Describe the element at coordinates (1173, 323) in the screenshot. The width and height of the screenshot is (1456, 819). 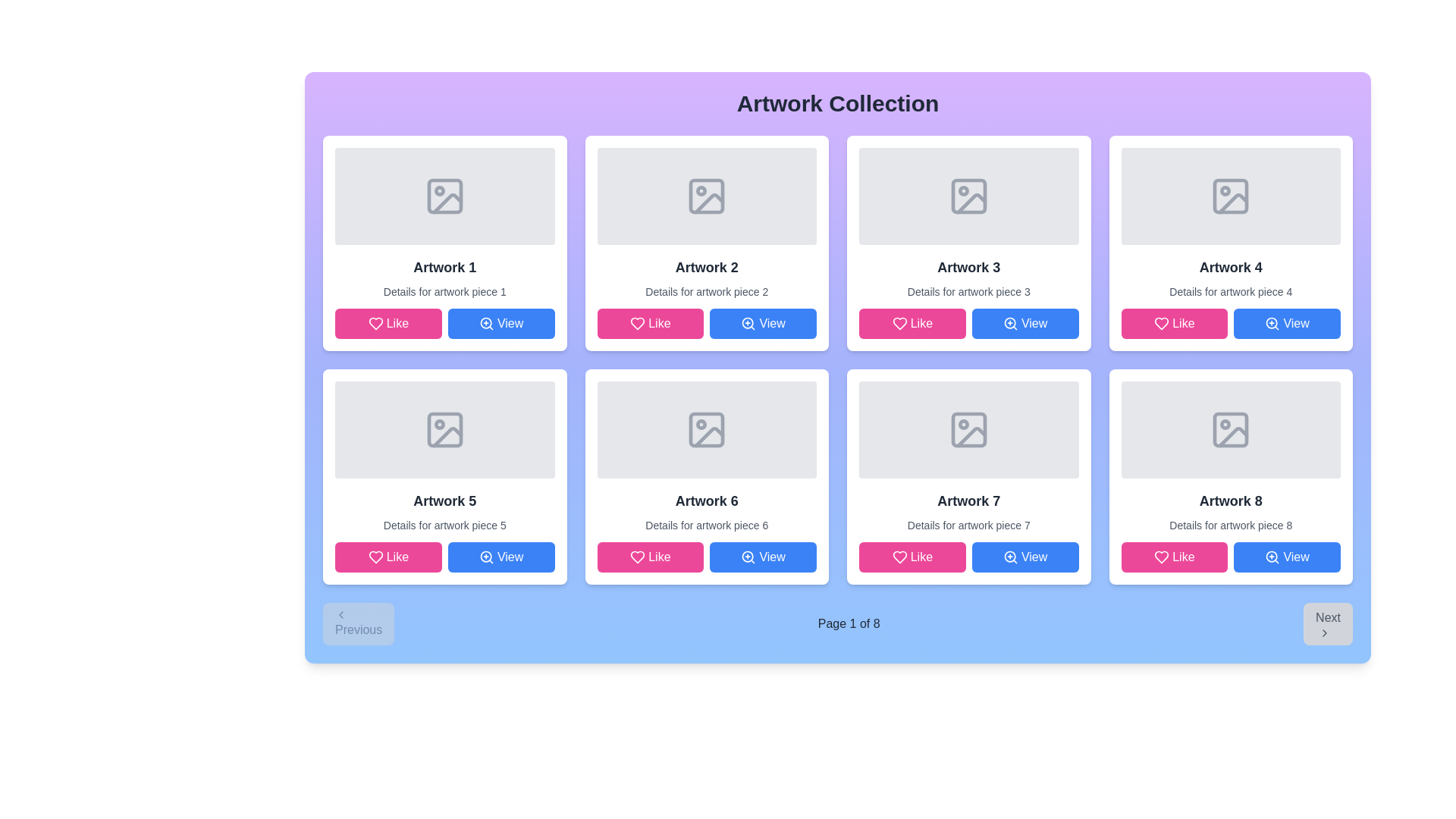
I see `the 'Like' button with a pink background and white text located in the bottom control panel of the fourth artwork card in the top row to like the artwork` at that location.